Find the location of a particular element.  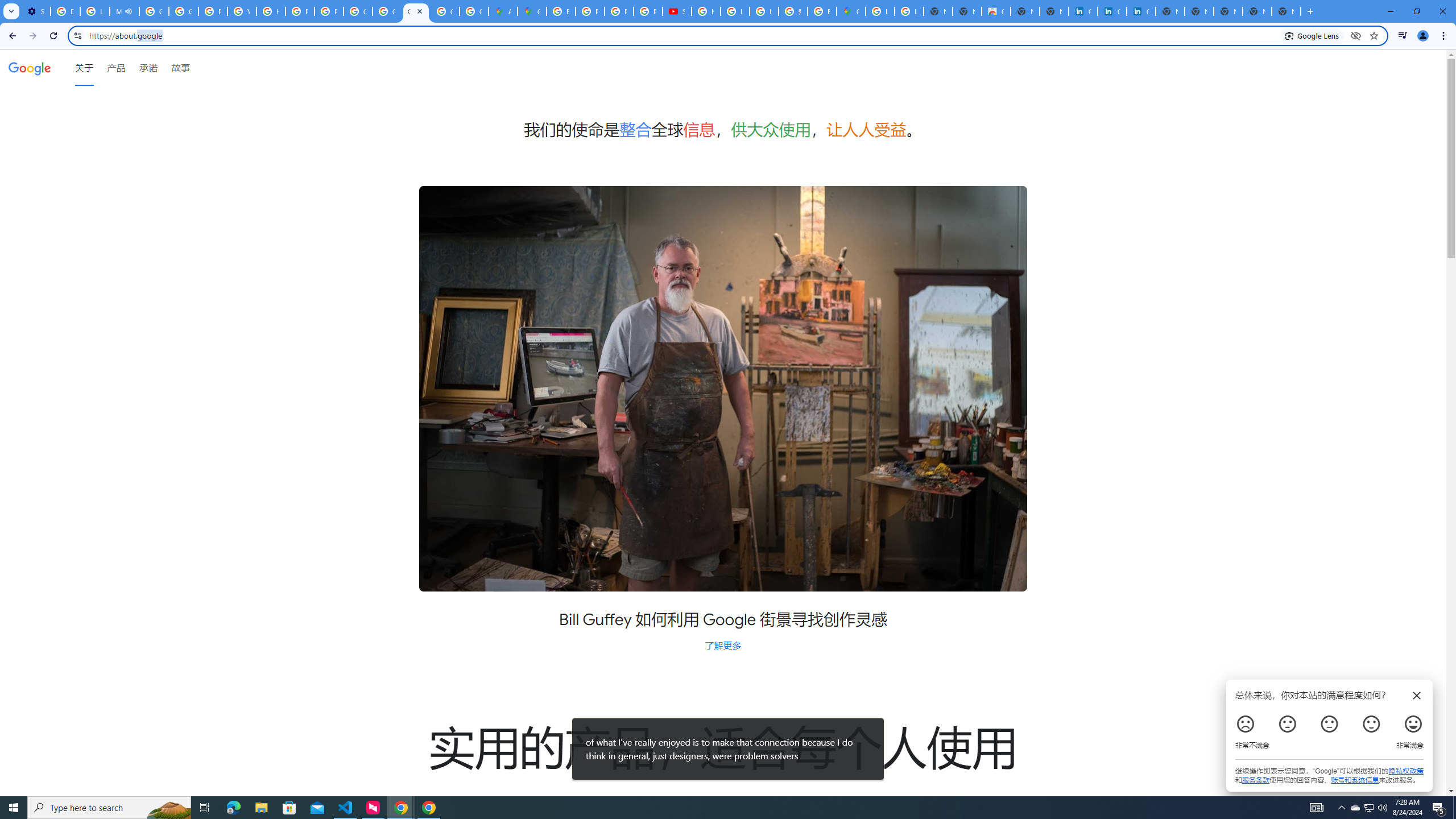

'Blogger Policies and Guidelines - Transparency Center' is located at coordinates (561, 11).